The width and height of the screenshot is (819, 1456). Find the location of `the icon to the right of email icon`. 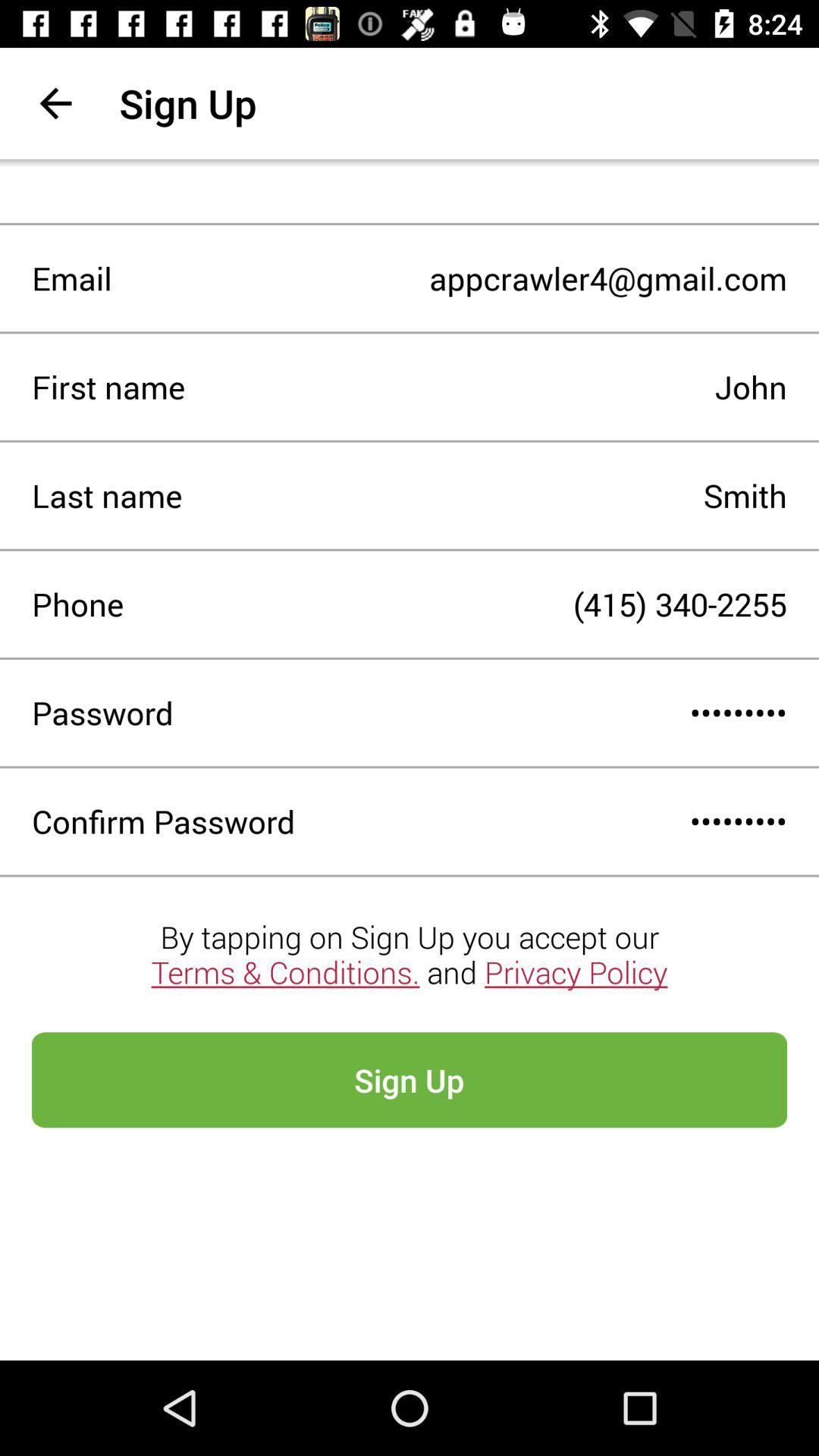

the icon to the right of email icon is located at coordinates (448, 278).